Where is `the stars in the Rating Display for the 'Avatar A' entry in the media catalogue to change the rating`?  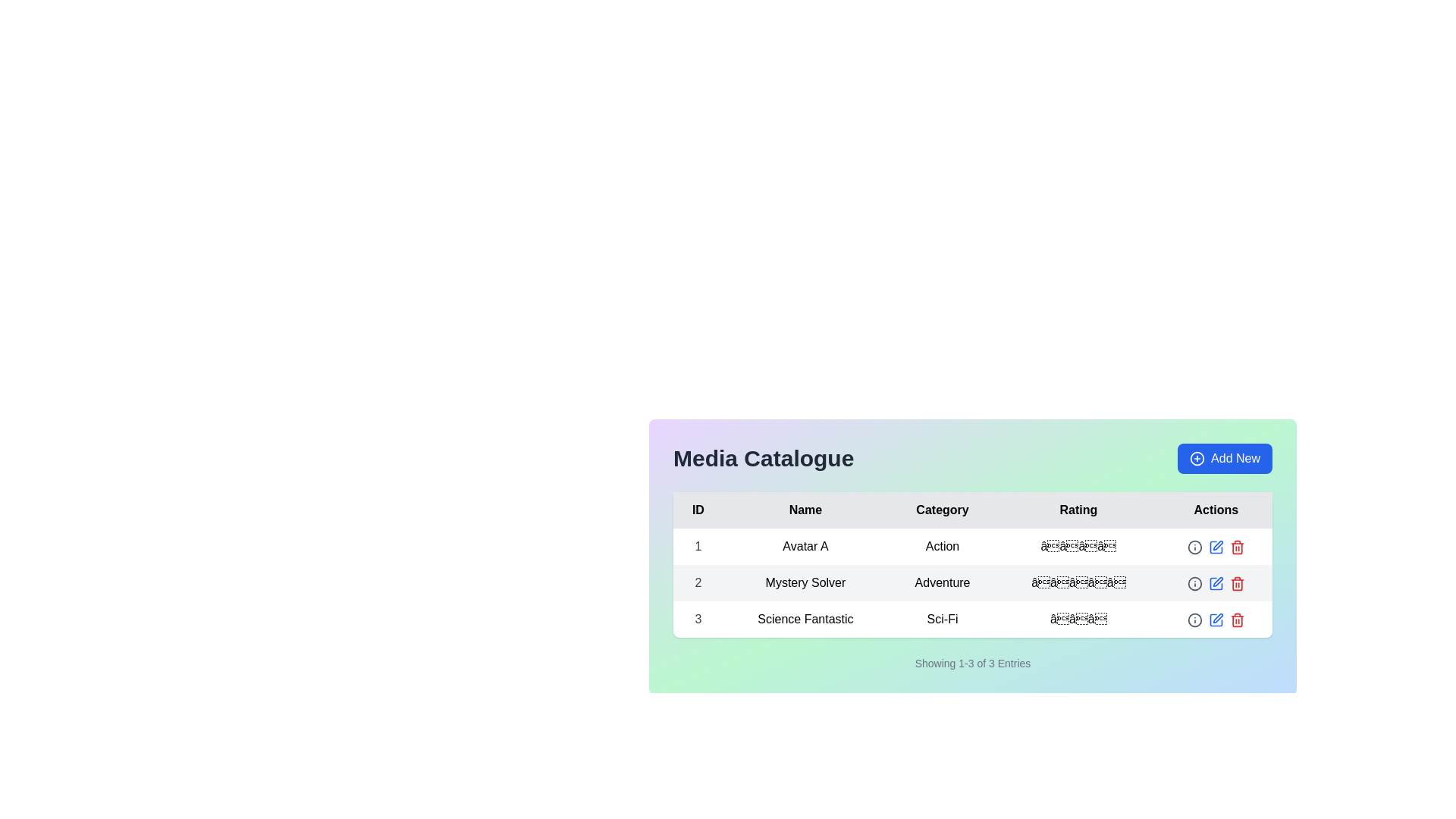
the stars in the Rating Display for the 'Avatar A' entry in the media catalogue to change the rating is located at coordinates (1078, 547).